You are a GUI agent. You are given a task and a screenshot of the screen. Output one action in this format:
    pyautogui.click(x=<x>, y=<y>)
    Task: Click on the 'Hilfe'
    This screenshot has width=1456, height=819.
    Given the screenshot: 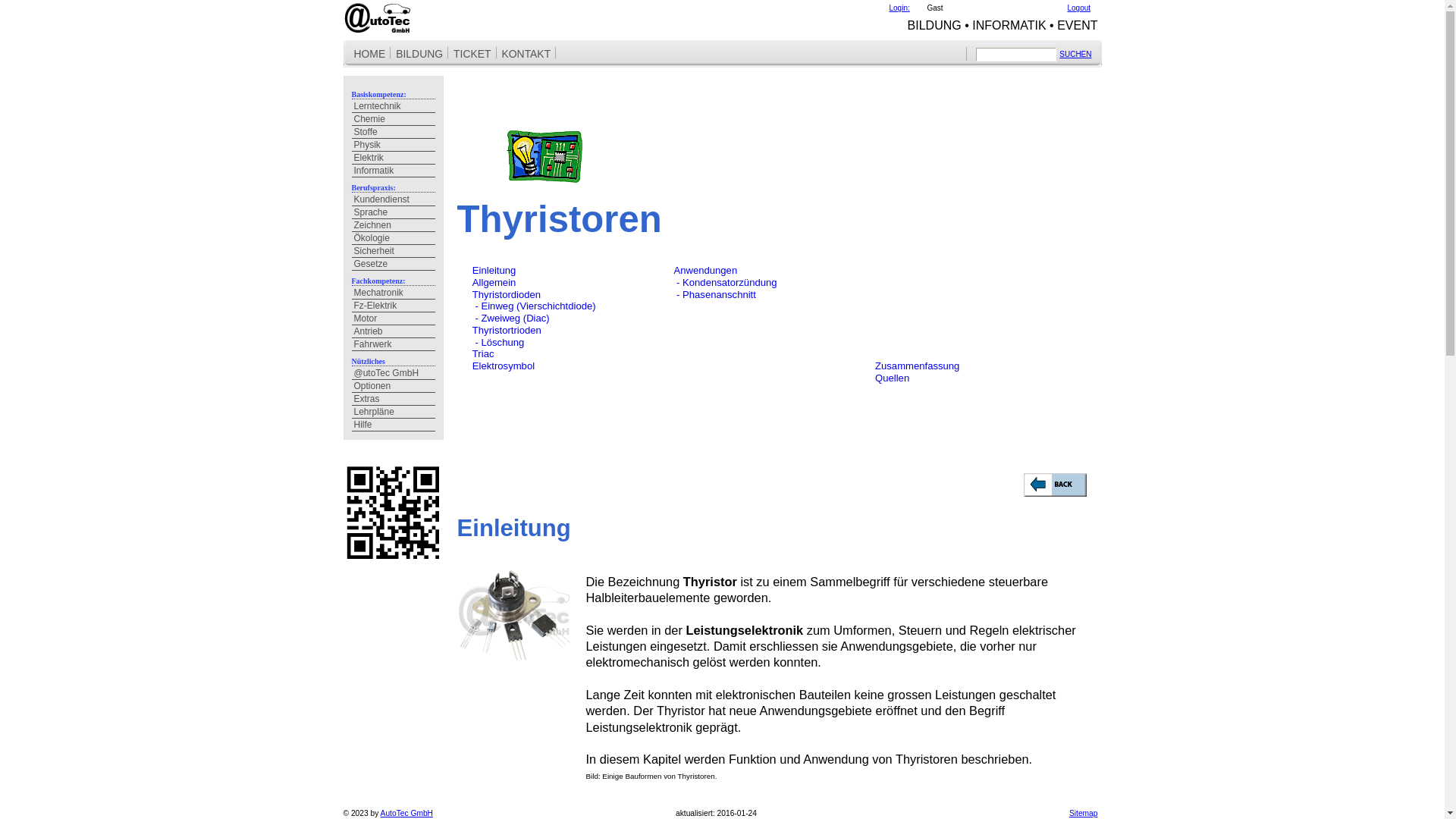 What is the action you would take?
    pyautogui.click(x=393, y=425)
    